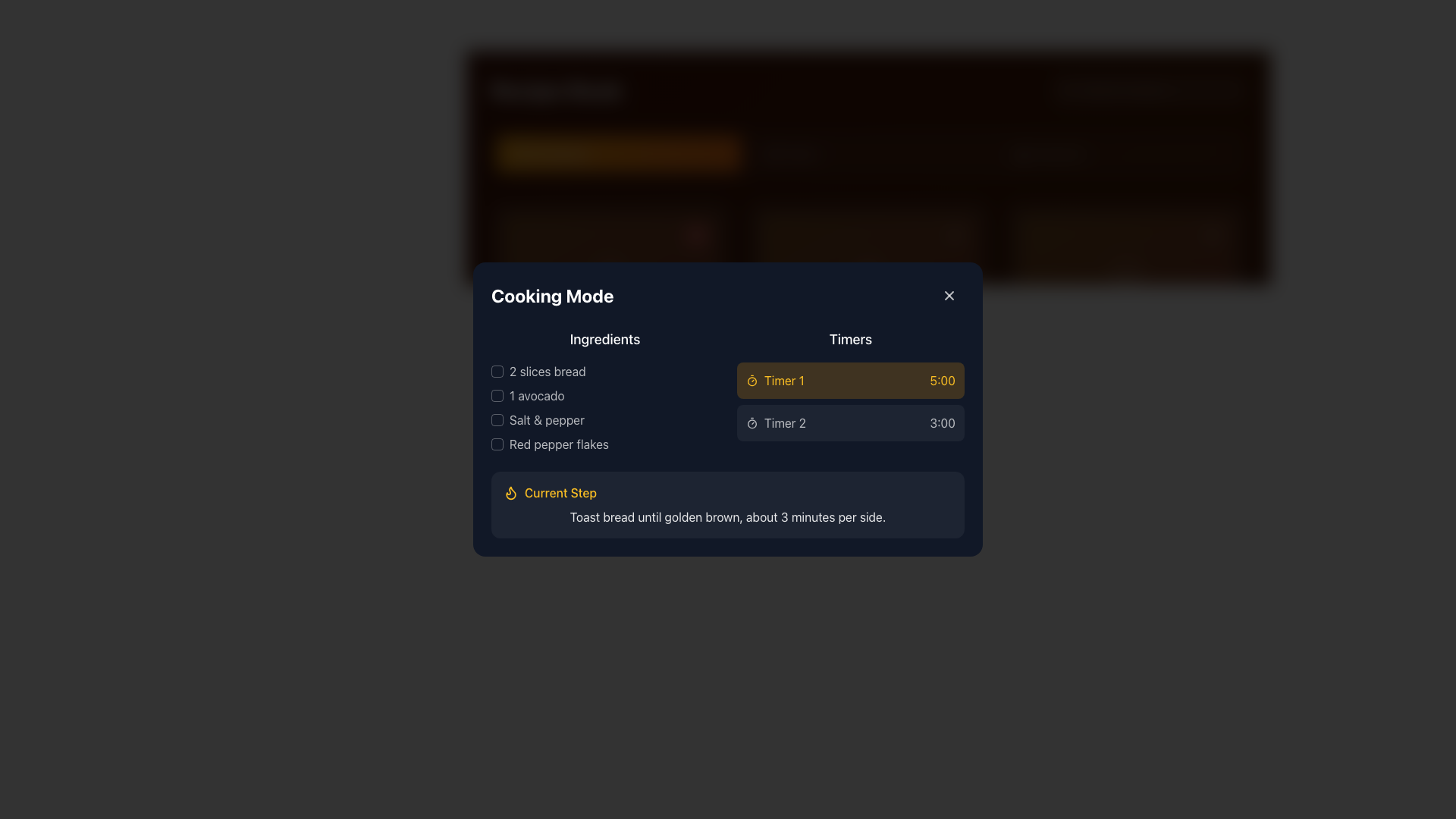  I want to click on the checkbox in the 'Ingredients' checklist to mark it as checked, so click(604, 391).